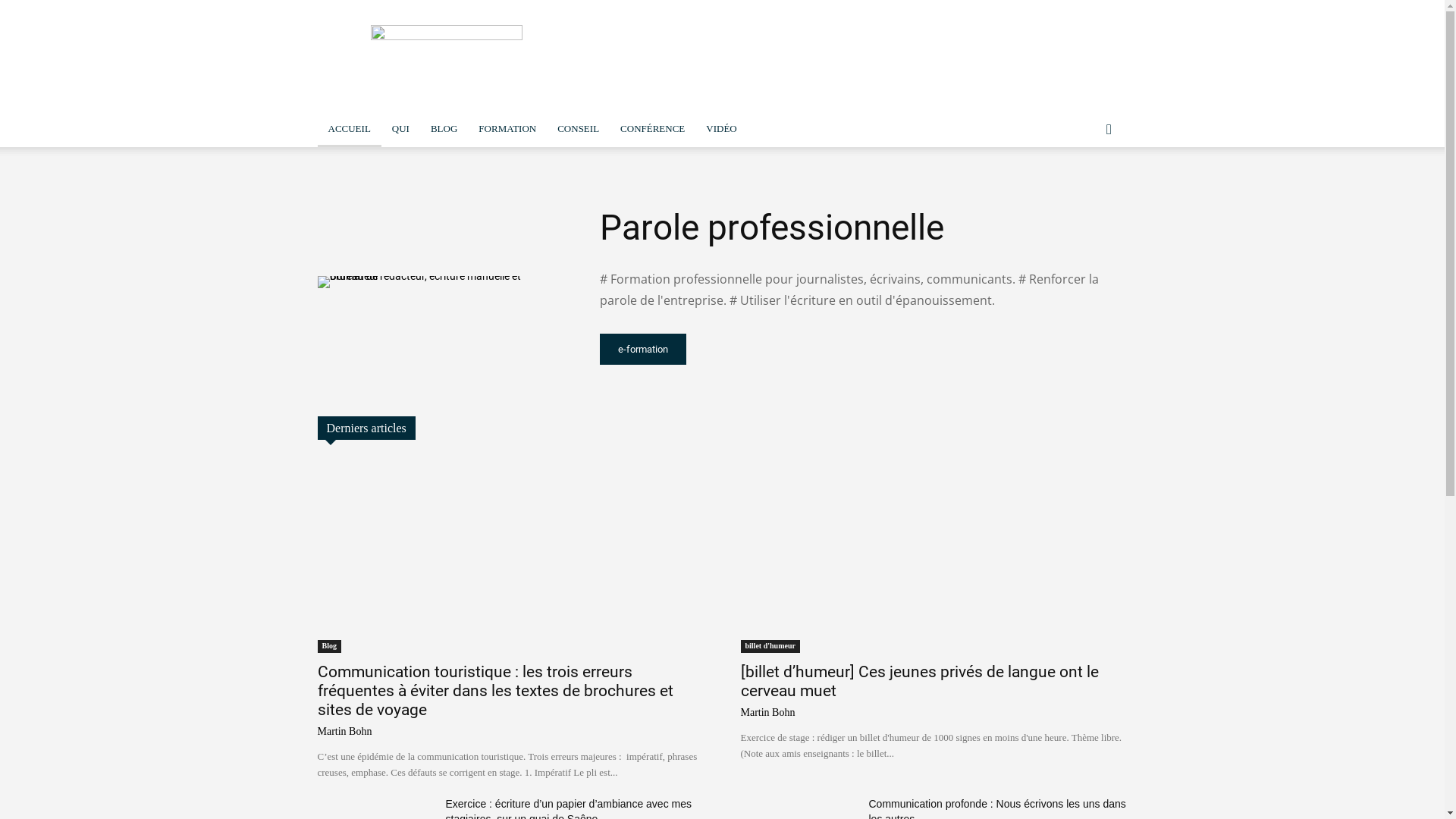 The image size is (1456, 819). What do you see at coordinates (546, 127) in the screenshot?
I see `'CONSEIL'` at bounding box center [546, 127].